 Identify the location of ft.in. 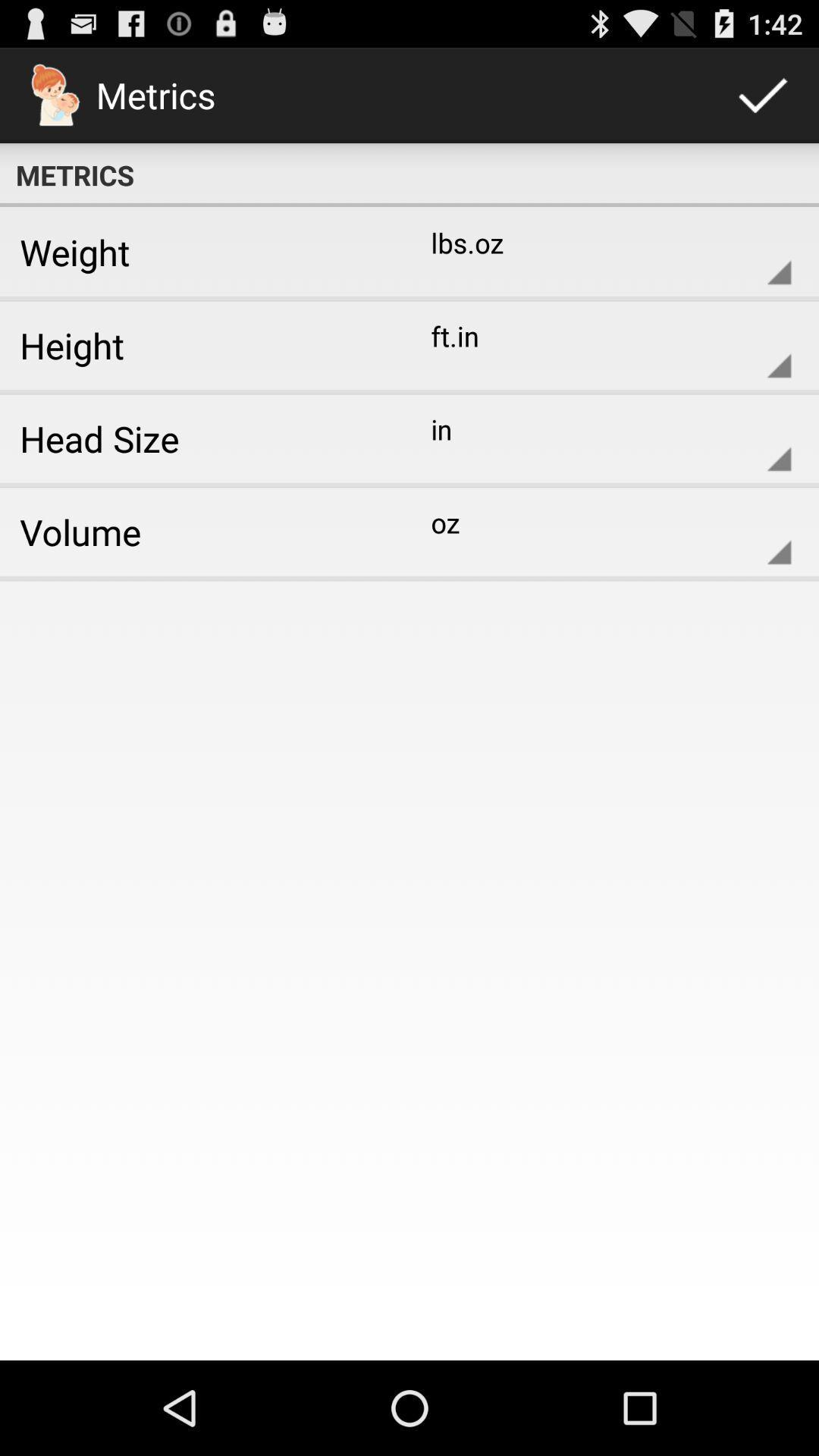
(598, 344).